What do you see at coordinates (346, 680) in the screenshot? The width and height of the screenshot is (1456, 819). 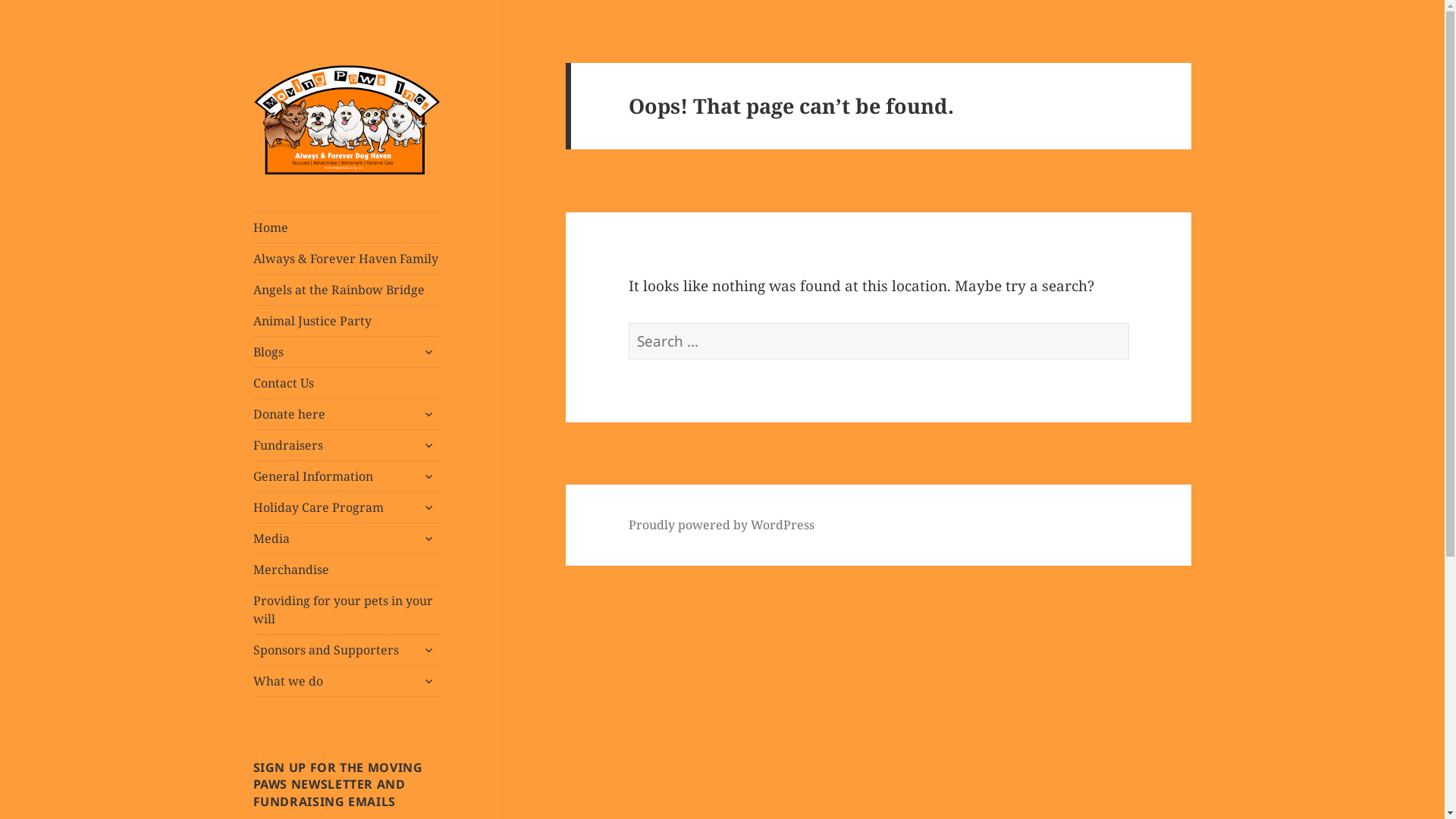 I see `'What we do'` at bounding box center [346, 680].